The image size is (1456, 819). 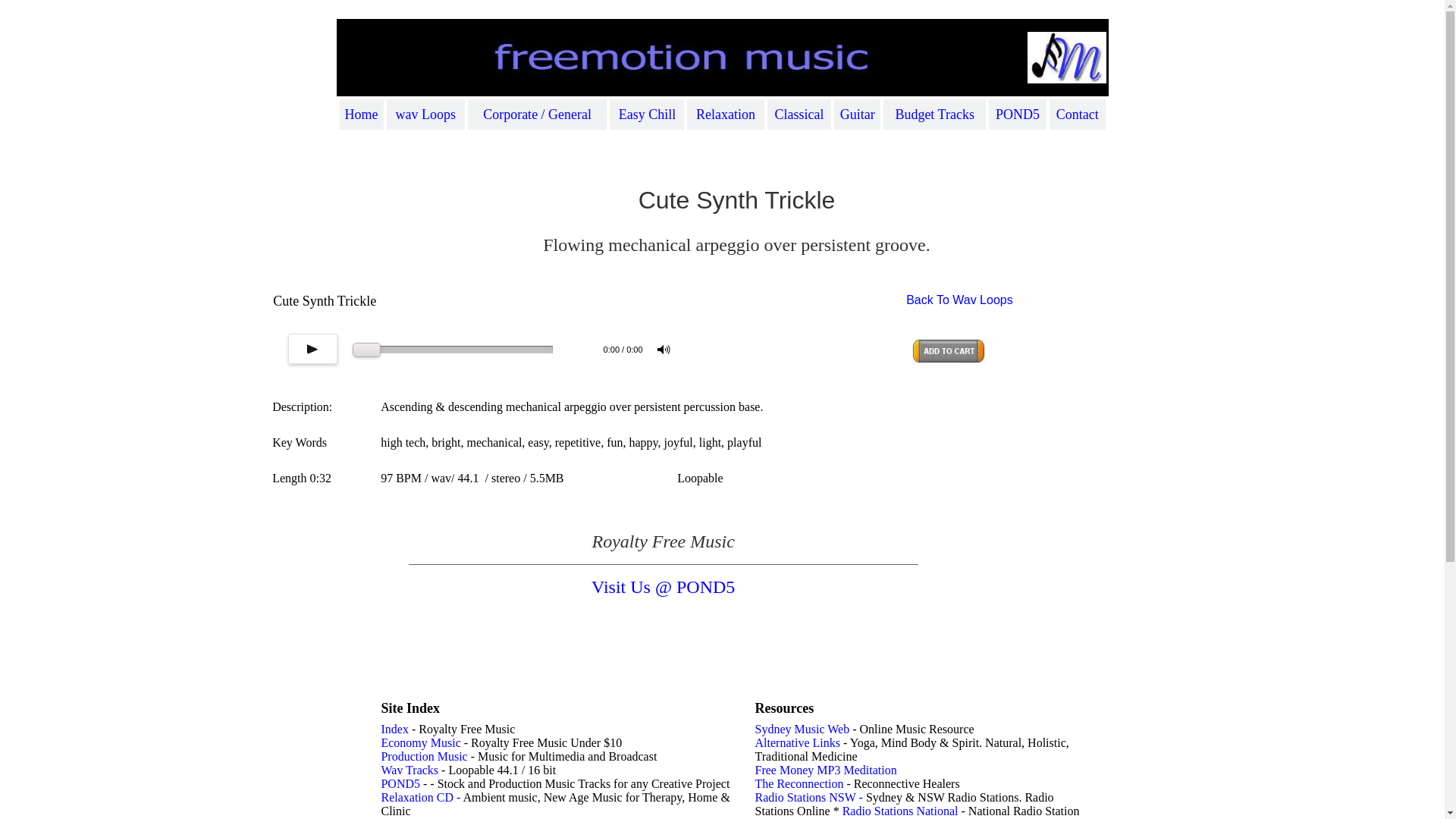 I want to click on 'Sydney Music Web', so click(x=802, y=728).